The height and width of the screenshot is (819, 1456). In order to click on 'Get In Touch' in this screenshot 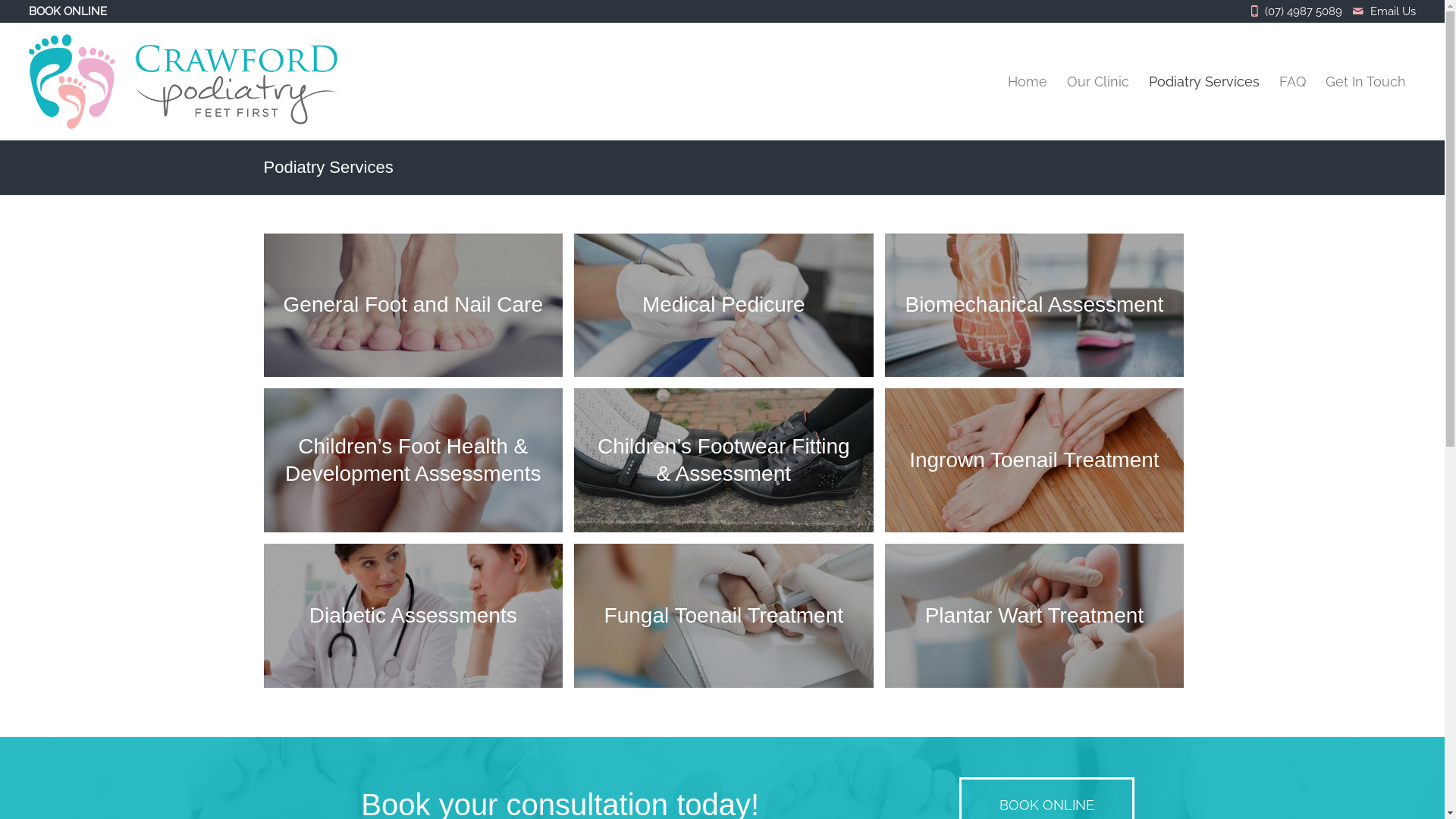, I will do `click(1365, 81)`.